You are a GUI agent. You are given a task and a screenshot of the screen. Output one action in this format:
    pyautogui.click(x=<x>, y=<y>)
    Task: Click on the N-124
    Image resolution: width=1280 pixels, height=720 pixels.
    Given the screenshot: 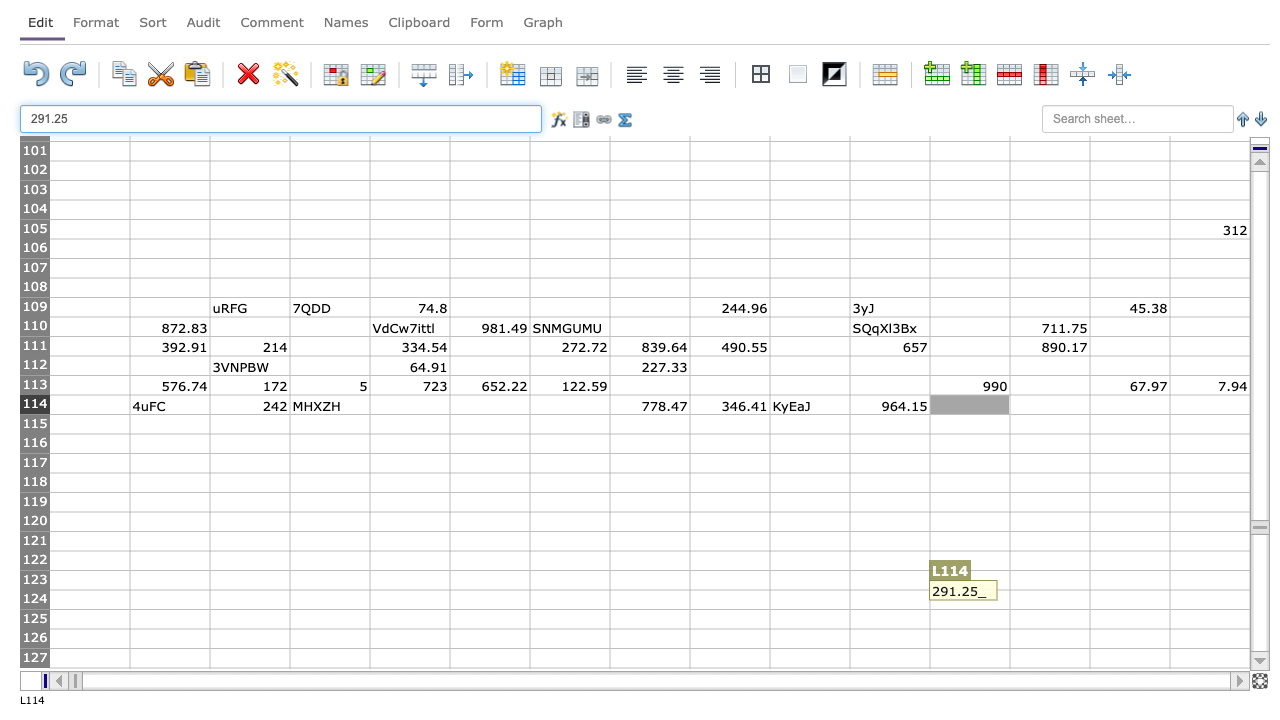 What is the action you would take?
    pyautogui.click(x=1129, y=598)
    